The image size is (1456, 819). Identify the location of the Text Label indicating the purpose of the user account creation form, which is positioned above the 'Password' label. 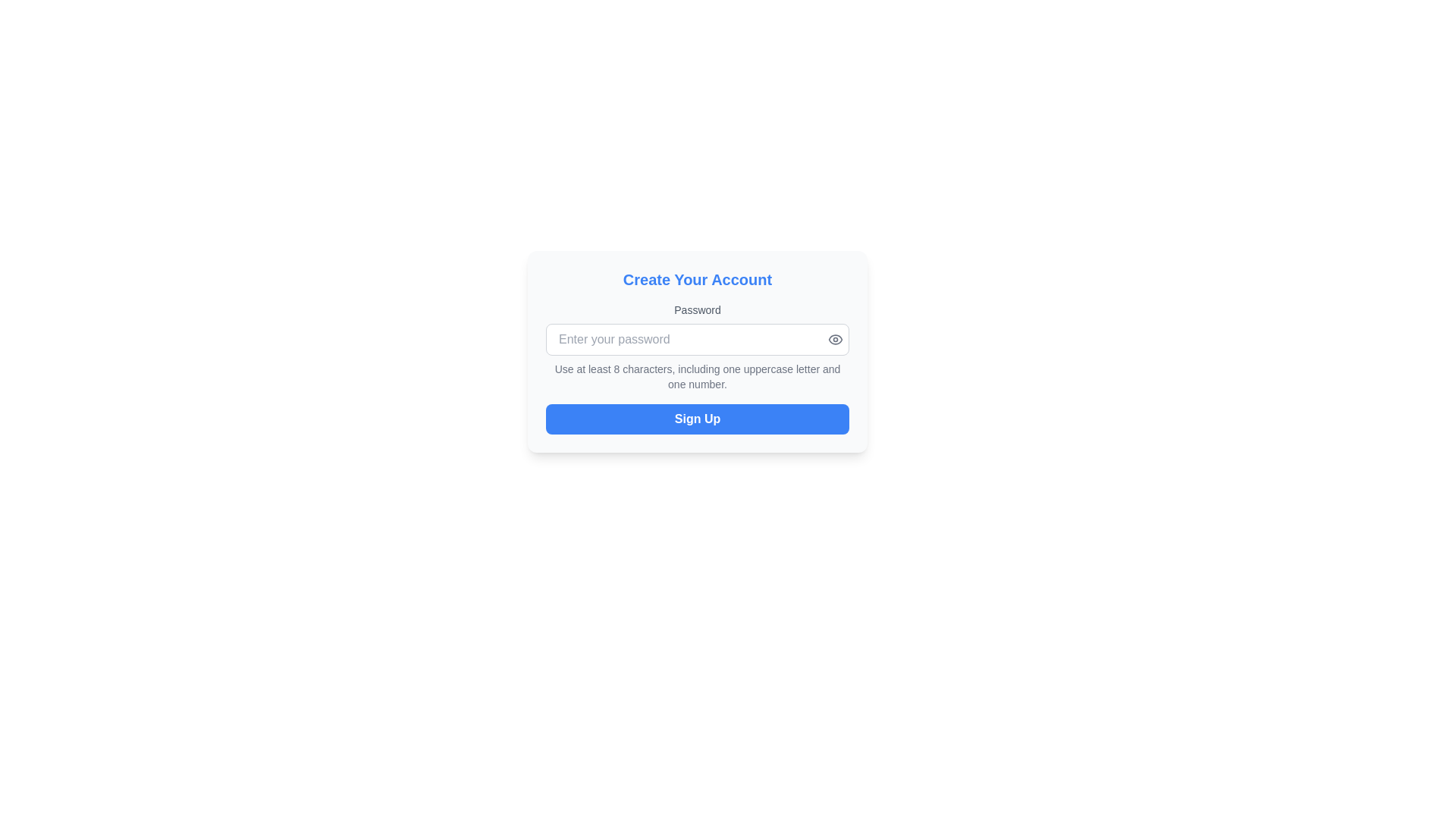
(697, 280).